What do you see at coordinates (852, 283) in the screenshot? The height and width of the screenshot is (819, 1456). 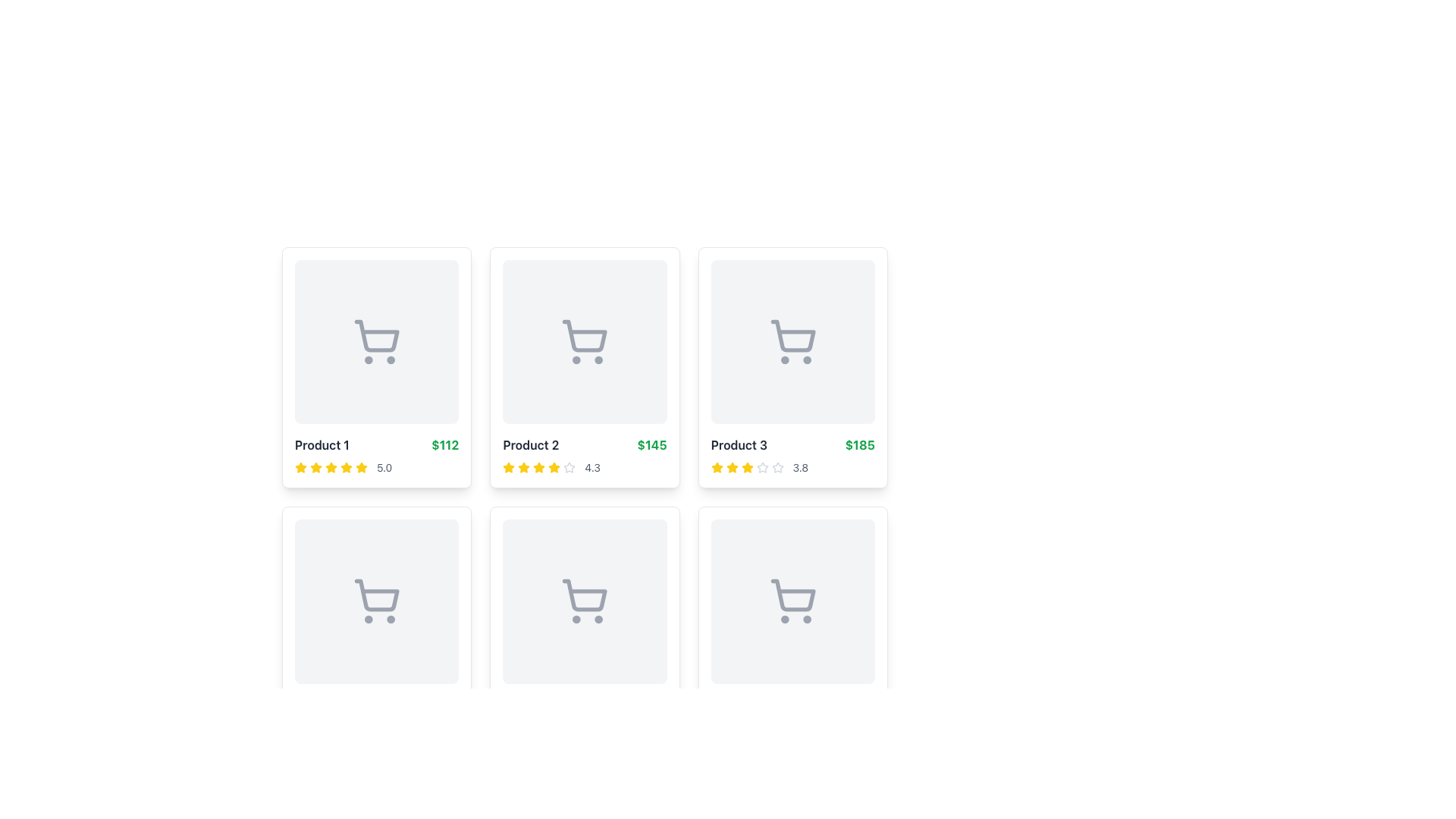 I see `the 'like' button located at the topmost and rightmost position within the card for 'Product 3' to mark the item as a favorite` at bounding box center [852, 283].